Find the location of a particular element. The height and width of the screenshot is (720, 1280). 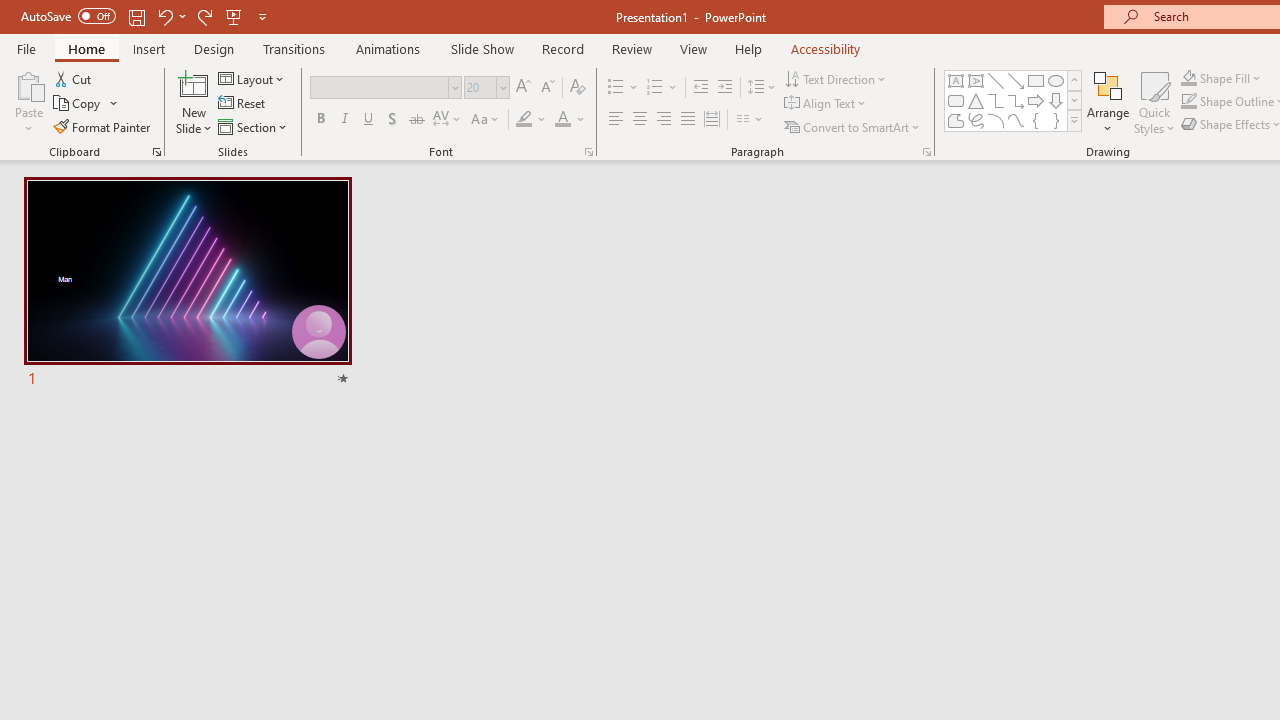

'Align Text' is located at coordinates (826, 103).